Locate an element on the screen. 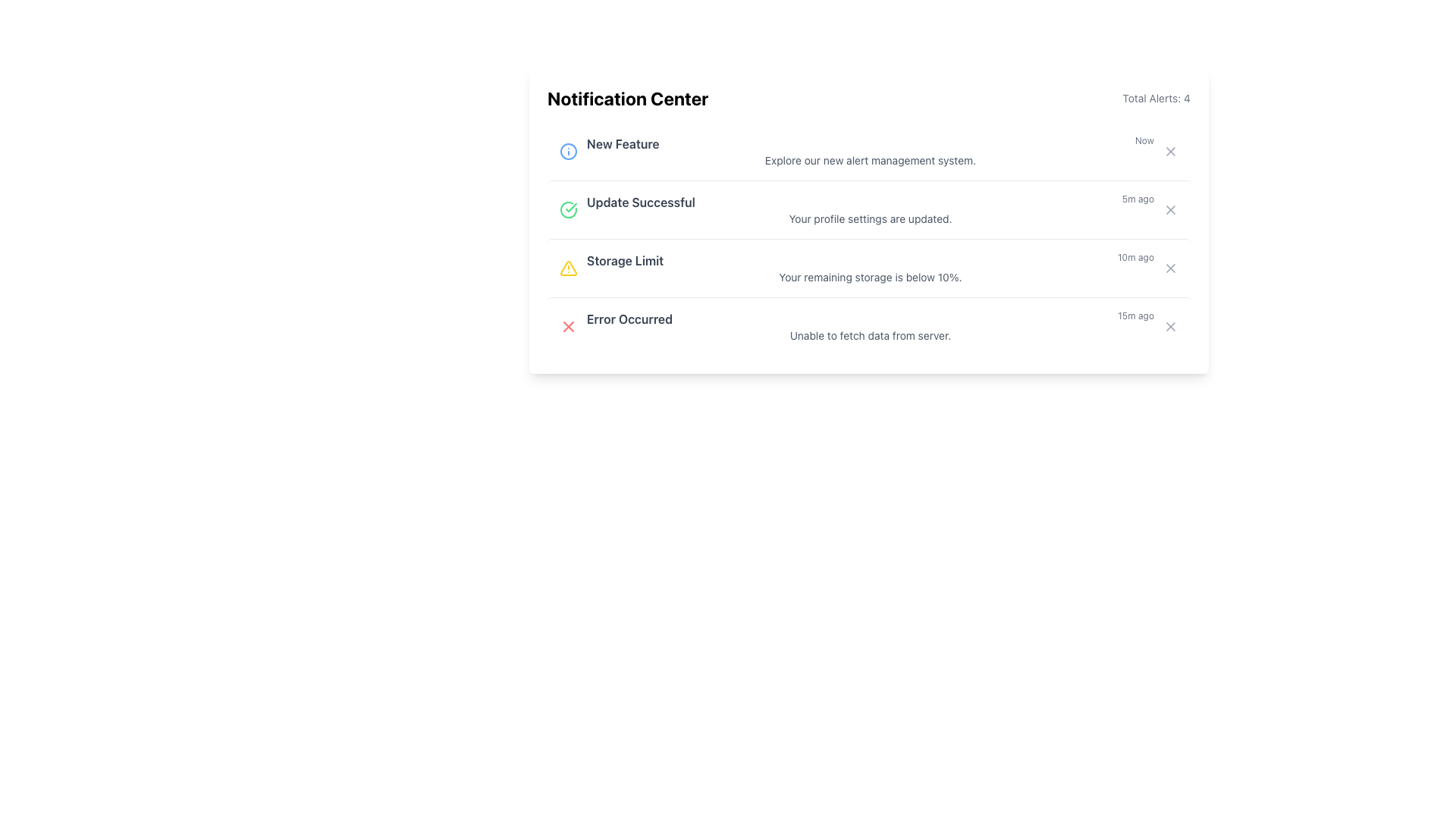  text 'New Feature' displayed in bold gray font at the top of the notification list, positioned next to an informational icon is located at coordinates (623, 143).